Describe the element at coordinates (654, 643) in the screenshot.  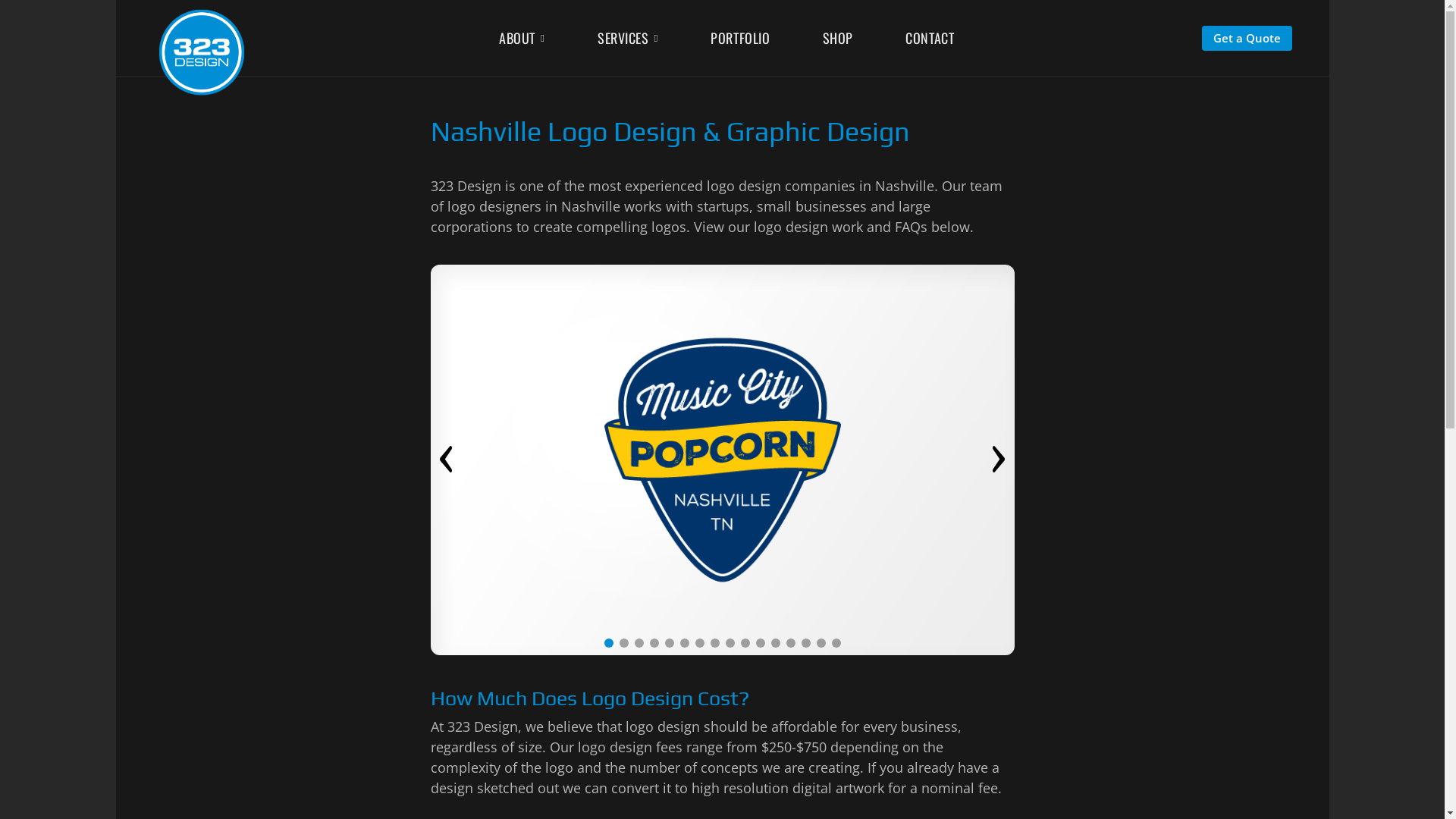
I see `'4'` at that location.